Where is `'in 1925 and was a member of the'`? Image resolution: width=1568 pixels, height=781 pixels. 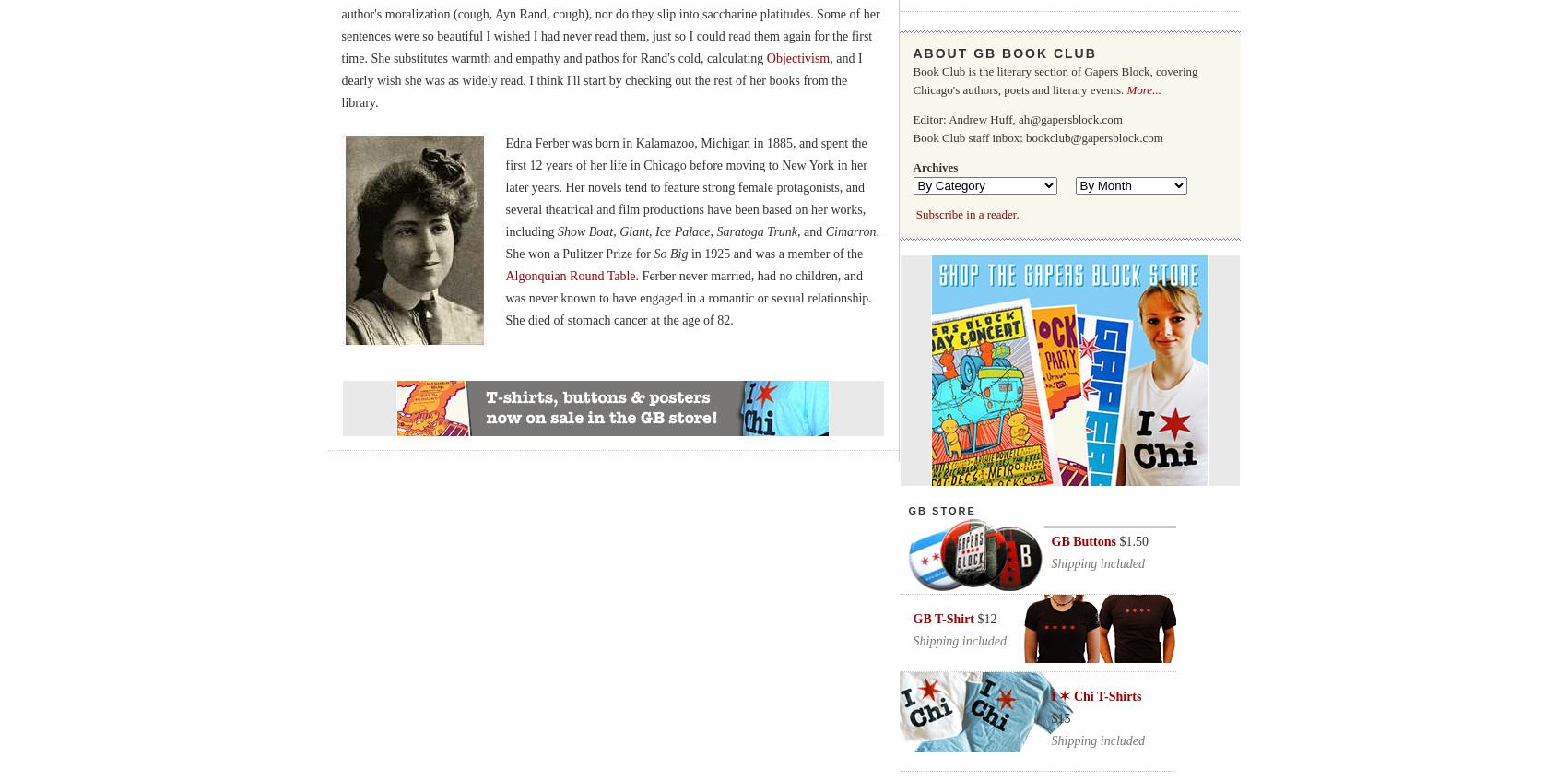
'in 1925 and was a member of the' is located at coordinates (688, 253).